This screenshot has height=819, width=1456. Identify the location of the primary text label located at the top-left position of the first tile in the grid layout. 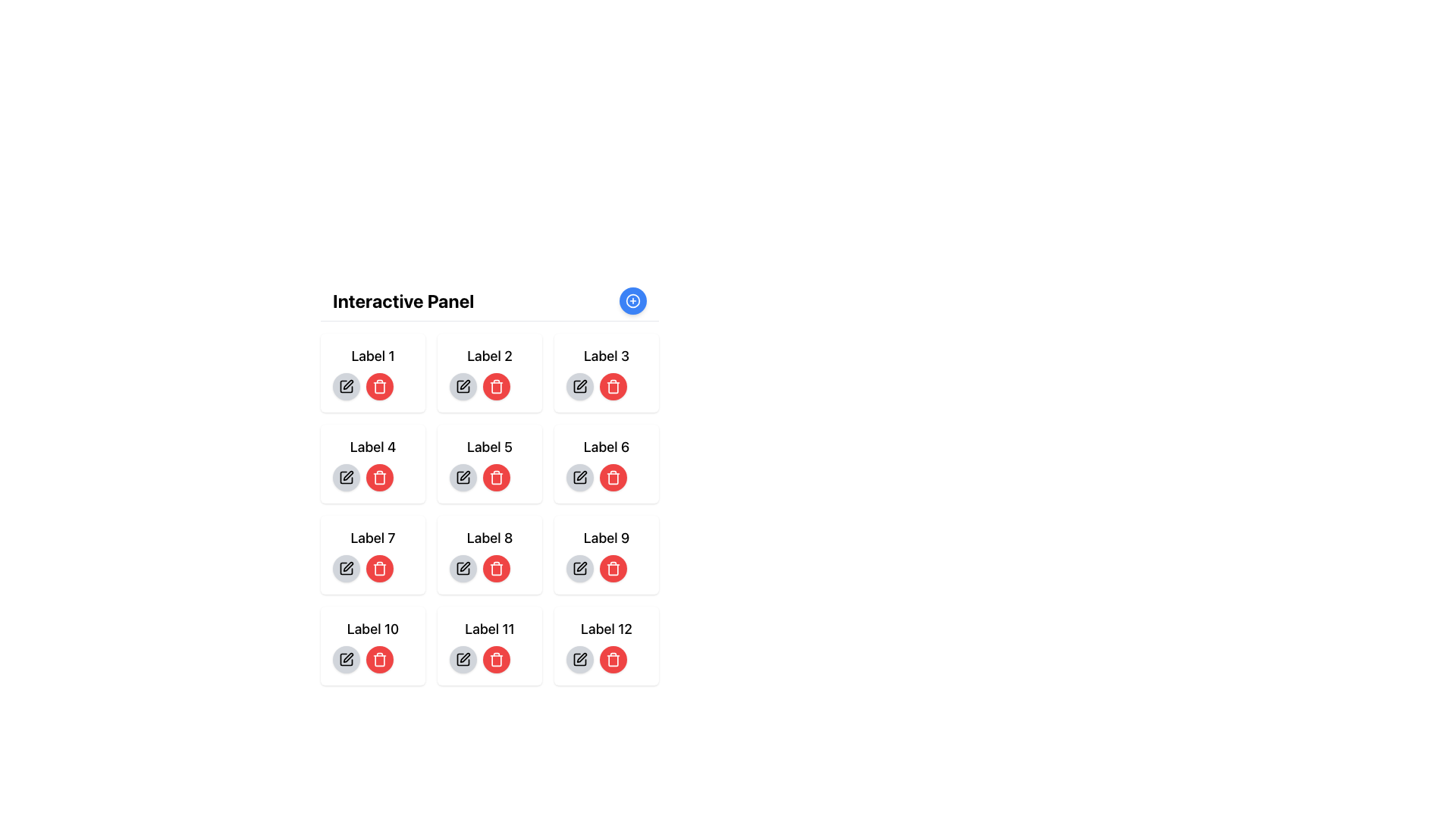
(372, 356).